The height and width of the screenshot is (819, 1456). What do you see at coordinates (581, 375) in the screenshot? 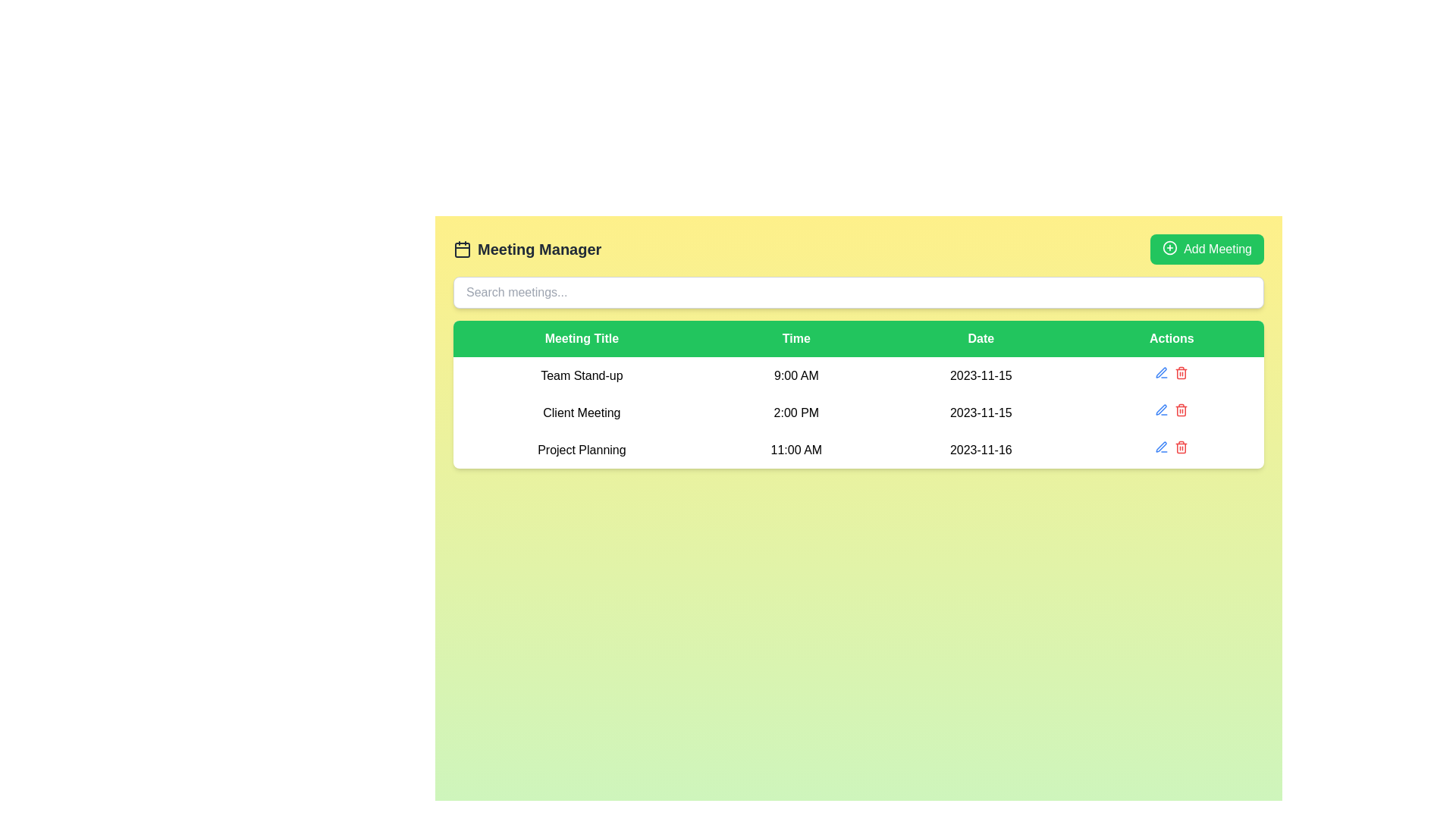
I see `the Text label displaying the title of the meeting, 'Team Stand-up', located in the 'Meeting Title' column of the schedule` at bounding box center [581, 375].